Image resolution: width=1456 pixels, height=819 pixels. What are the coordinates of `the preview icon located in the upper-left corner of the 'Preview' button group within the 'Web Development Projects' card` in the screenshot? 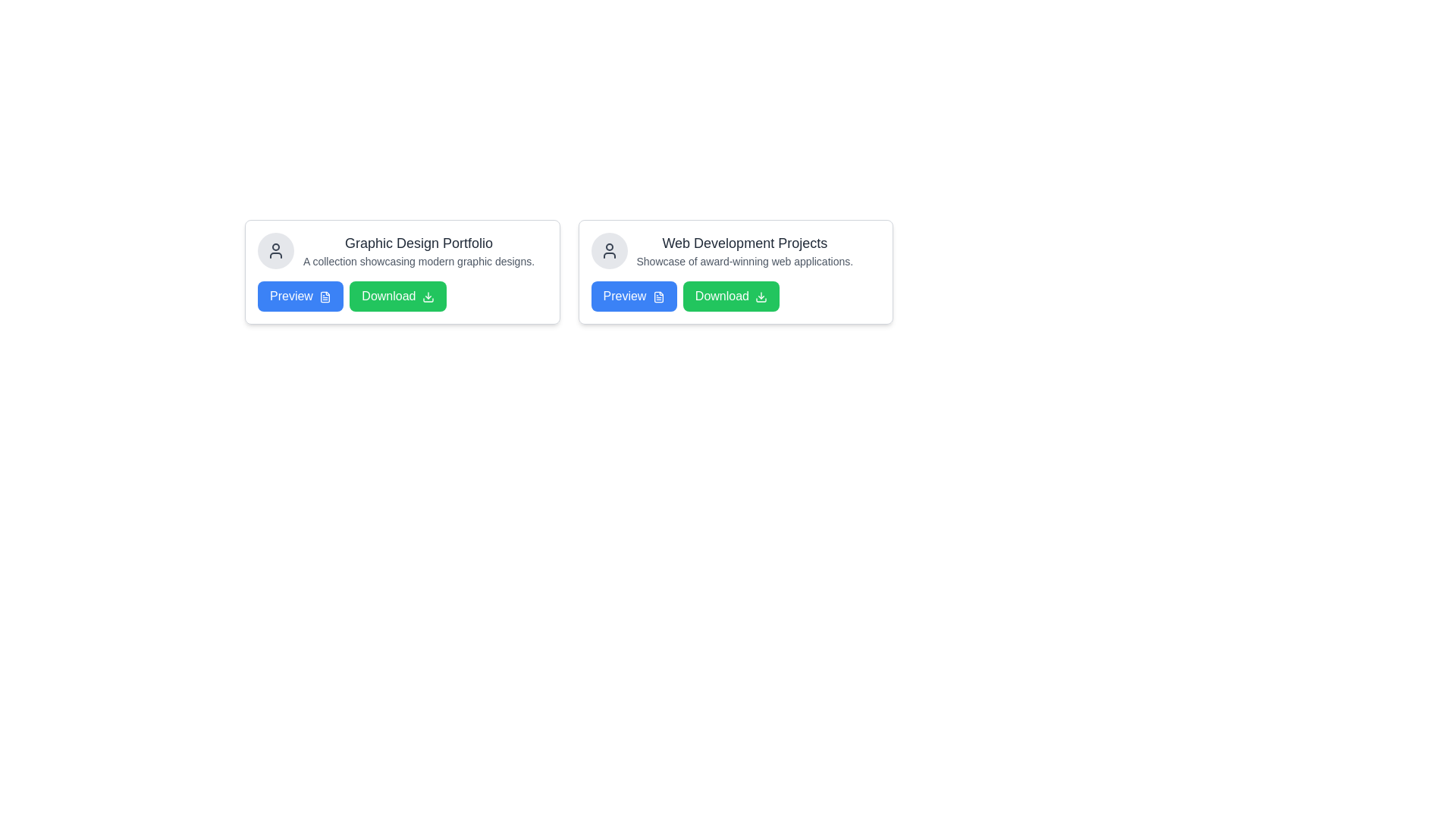 It's located at (658, 297).